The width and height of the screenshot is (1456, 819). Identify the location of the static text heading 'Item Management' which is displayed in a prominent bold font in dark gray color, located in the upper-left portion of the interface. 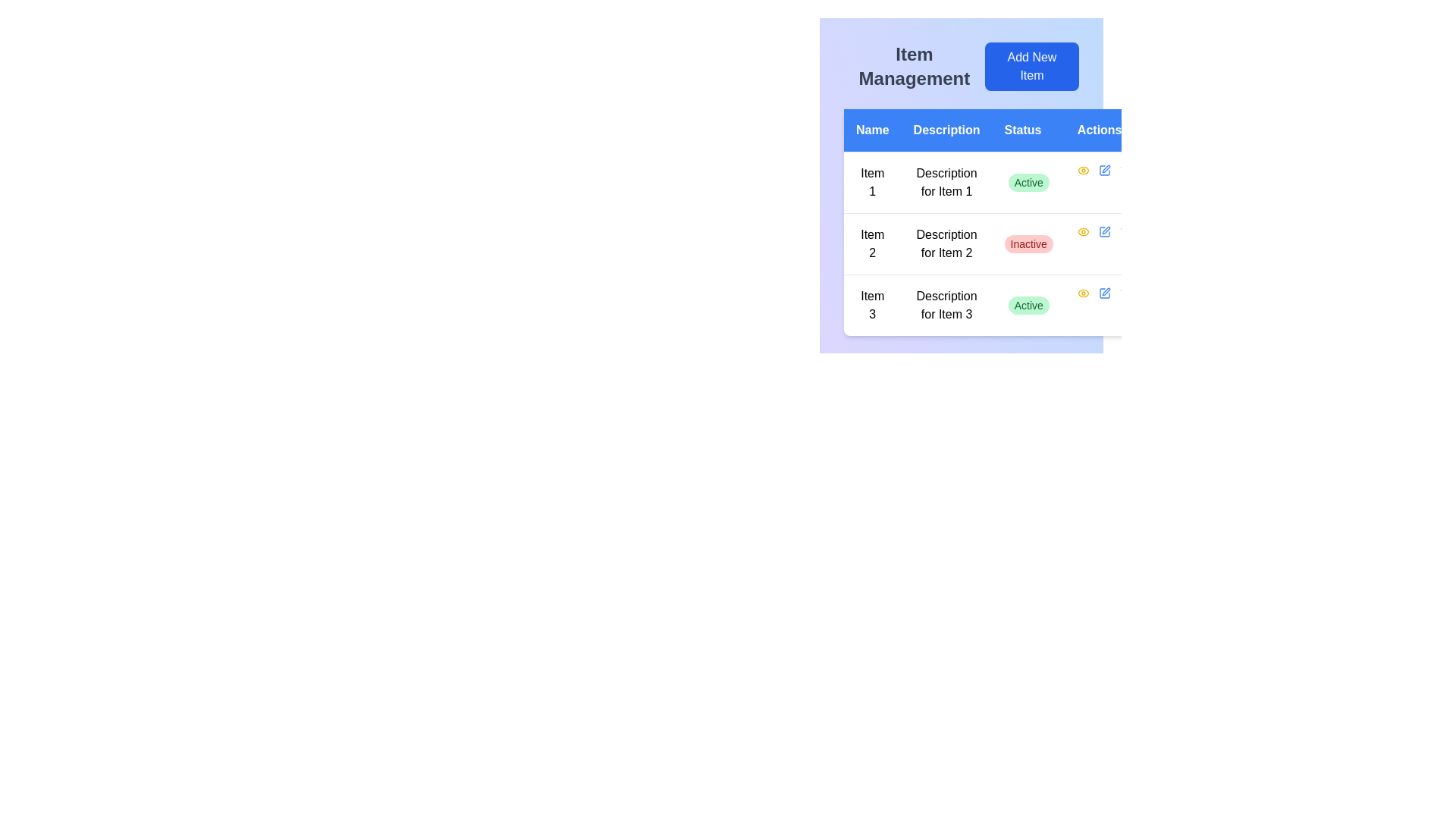
(913, 66).